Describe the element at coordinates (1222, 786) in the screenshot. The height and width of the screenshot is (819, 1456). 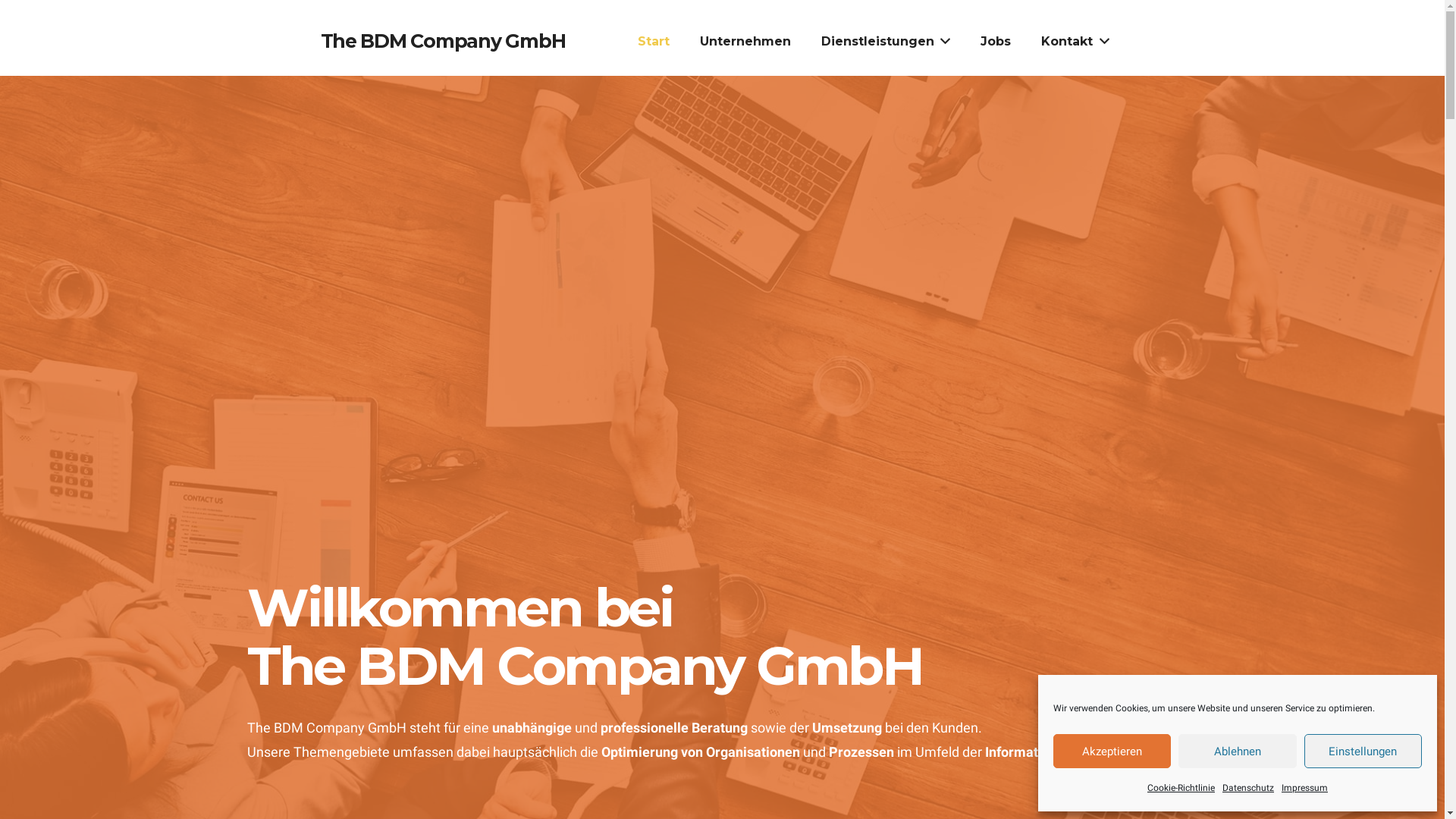
I see `'Datenschutz'` at that location.